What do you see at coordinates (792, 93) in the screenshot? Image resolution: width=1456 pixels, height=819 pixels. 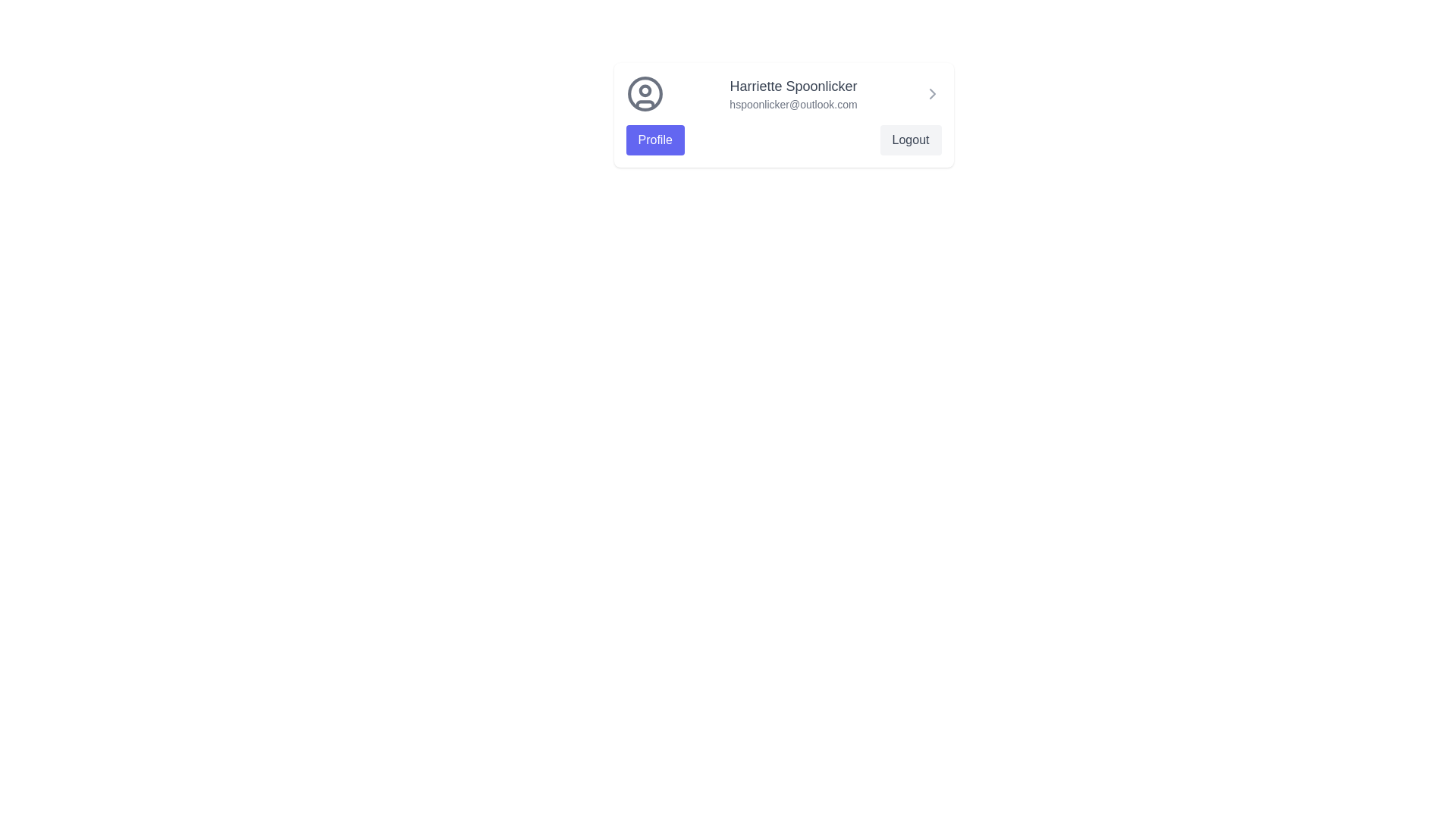 I see `the Text Display element that shows the name 'Harriette Spoonlicker' and the email 'hspoonlicker@outlook.com' in the user profile section near the top-right corner of the interface` at bounding box center [792, 93].